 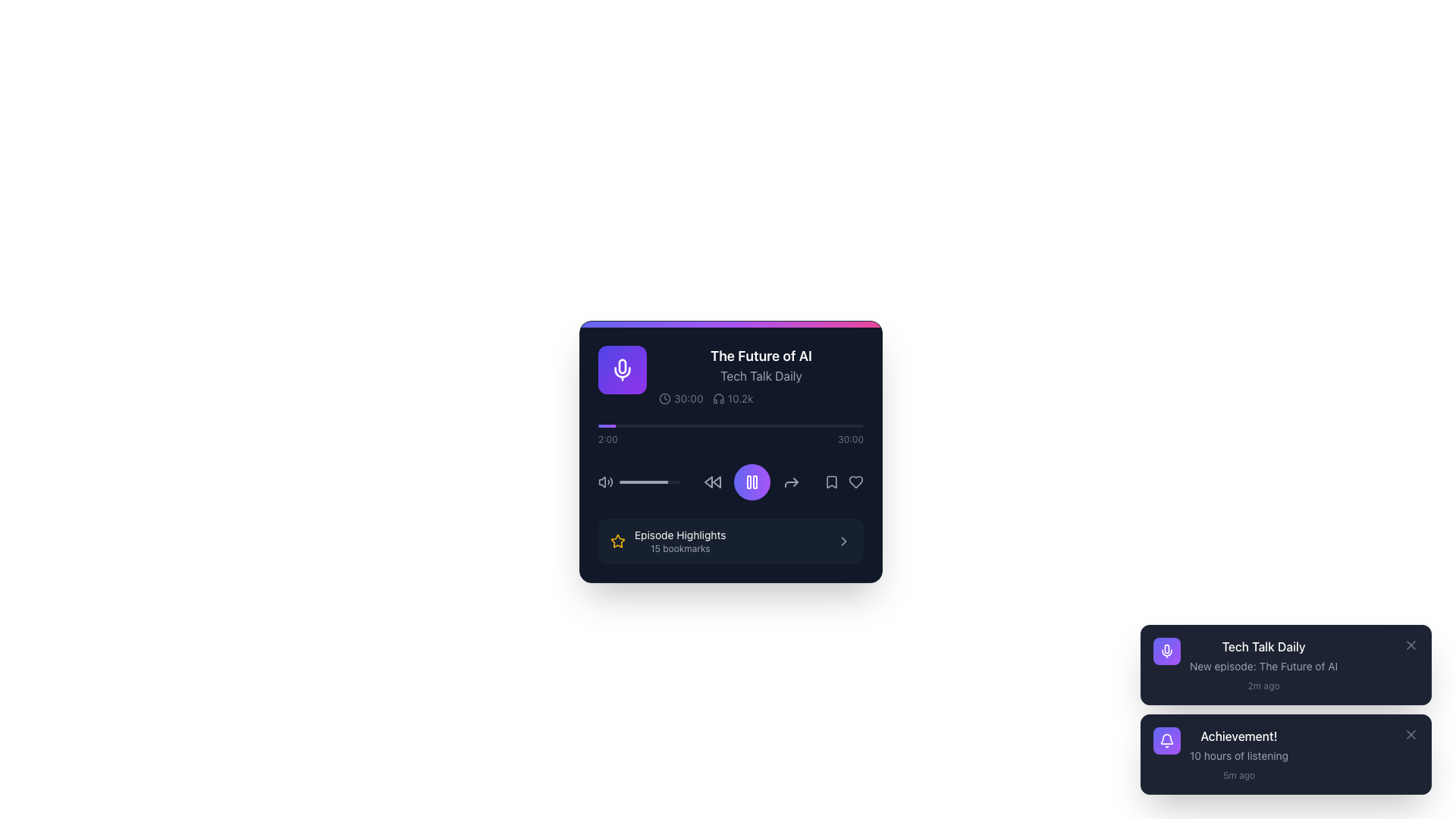 What do you see at coordinates (1410, 645) in the screenshot?
I see `the close button represented by an 'X' shape in gray, located in the top-right corner of the 'Tech Talk Daily' notification block to change its color` at bounding box center [1410, 645].